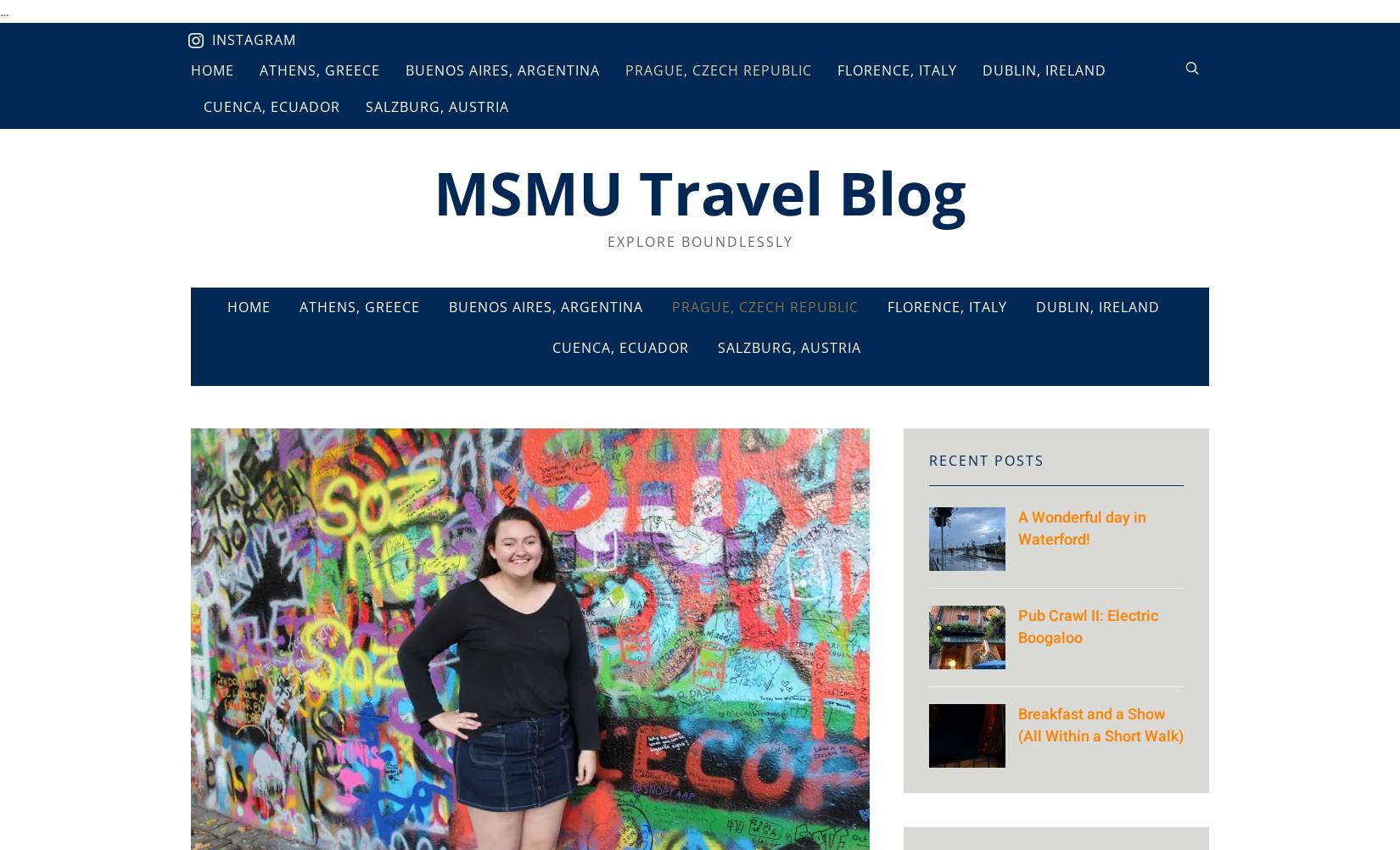 The width and height of the screenshot is (1400, 850). I want to click on 'Home', so click(249, 307).